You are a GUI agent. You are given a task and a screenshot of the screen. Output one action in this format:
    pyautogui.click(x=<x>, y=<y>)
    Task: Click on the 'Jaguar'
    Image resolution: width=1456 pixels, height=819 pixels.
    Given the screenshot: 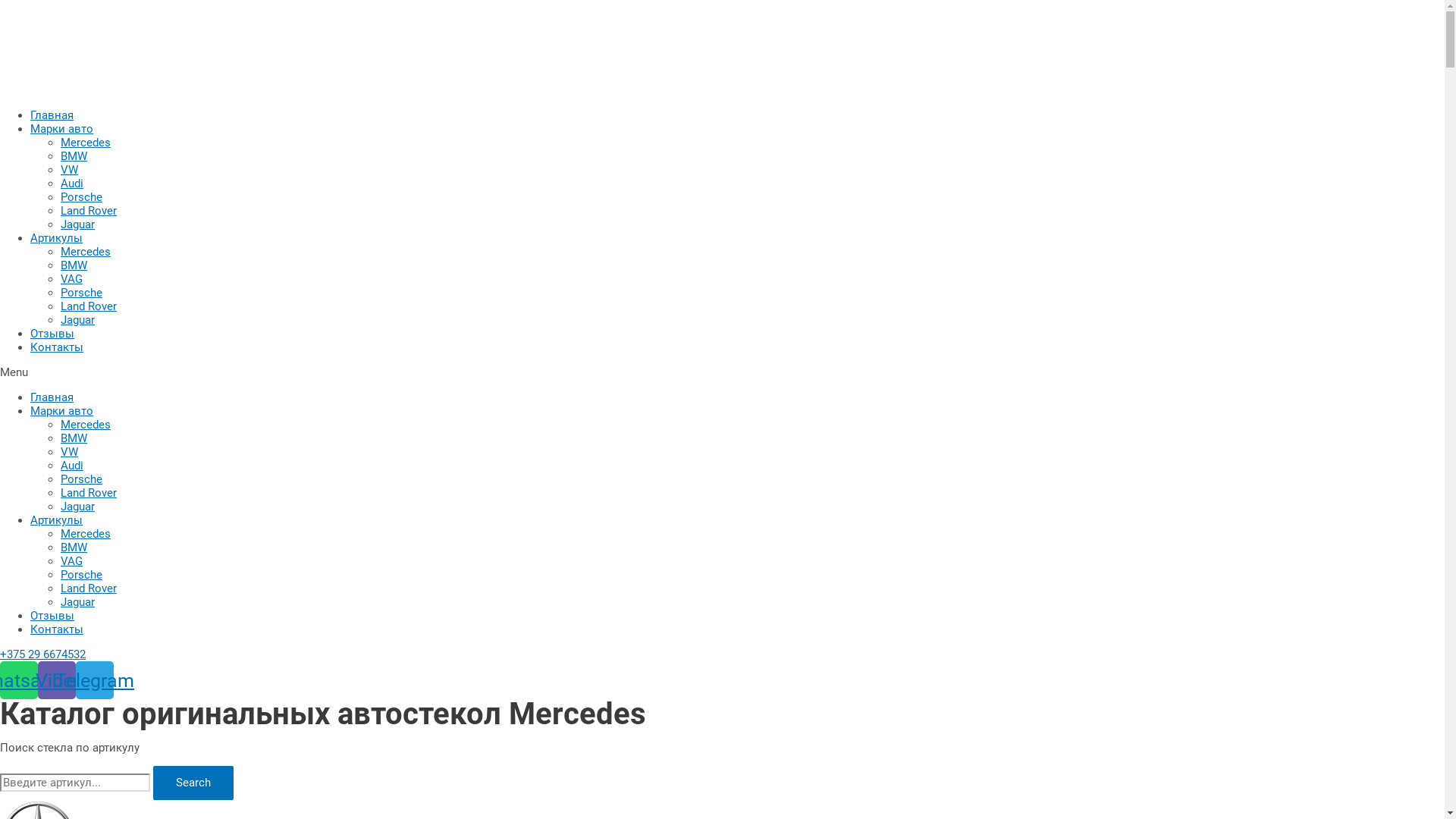 What is the action you would take?
    pyautogui.click(x=77, y=601)
    